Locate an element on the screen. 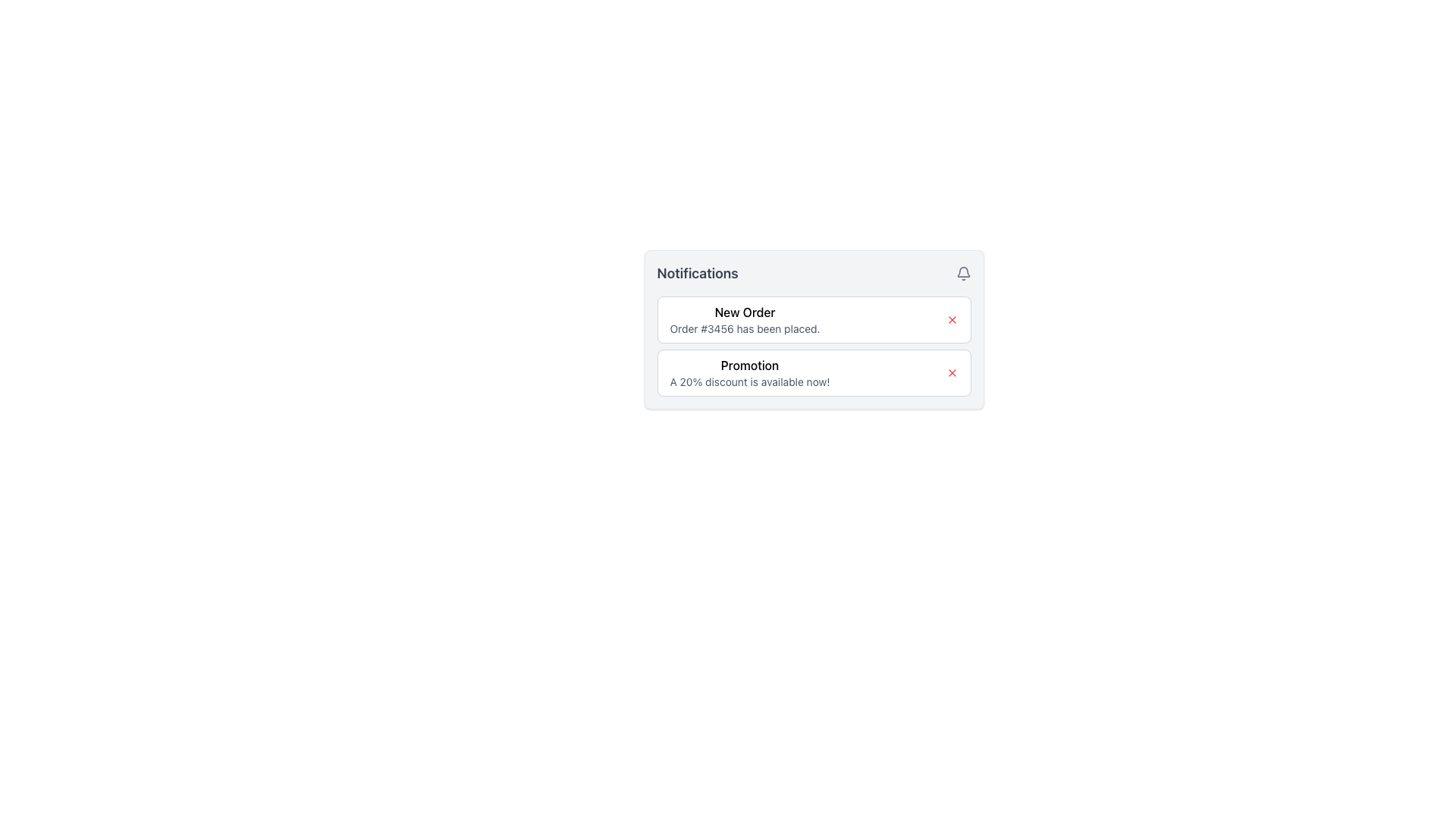  the Notification card that informs the user of a new order (Order #3456) placed, which is the first item in the vertical list of notifications is located at coordinates (813, 318).